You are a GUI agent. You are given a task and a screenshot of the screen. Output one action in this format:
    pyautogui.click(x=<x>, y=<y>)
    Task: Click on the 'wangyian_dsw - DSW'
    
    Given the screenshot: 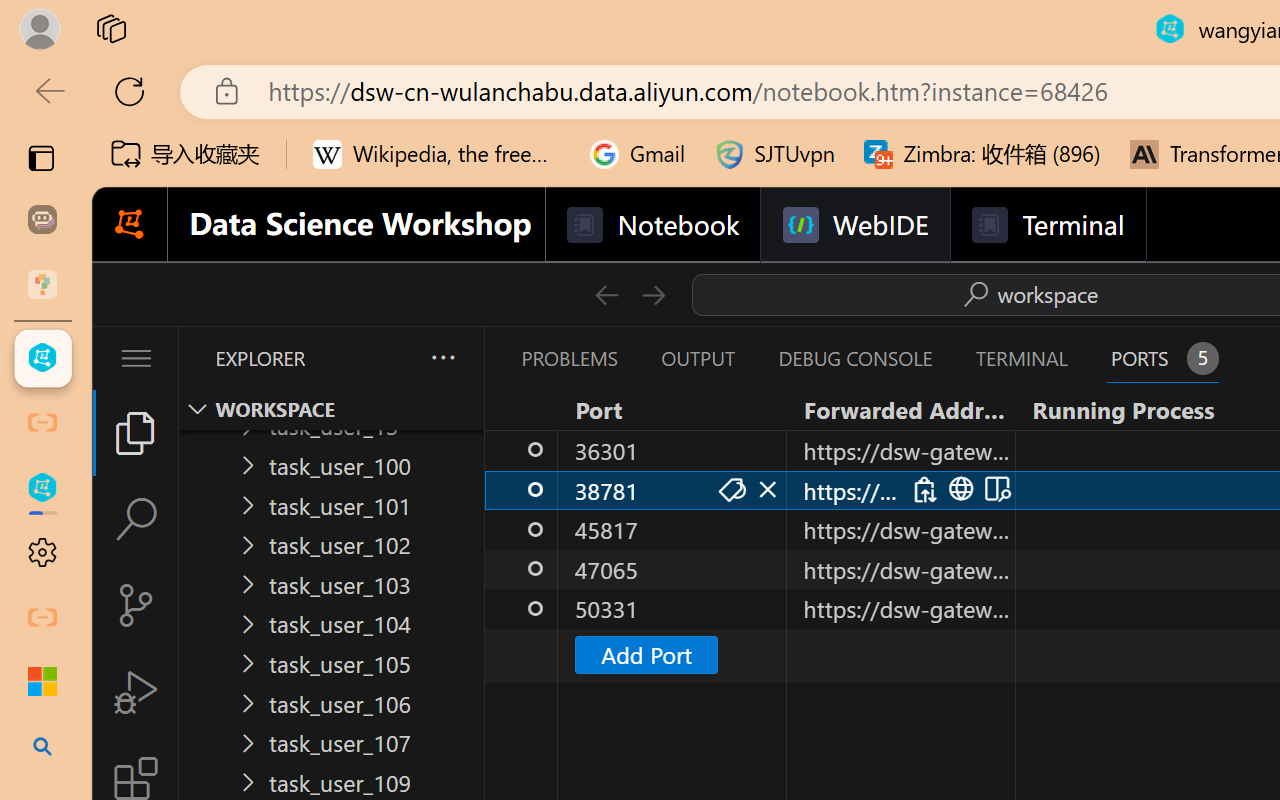 What is the action you would take?
    pyautogui.click(x=42, y=358)
    